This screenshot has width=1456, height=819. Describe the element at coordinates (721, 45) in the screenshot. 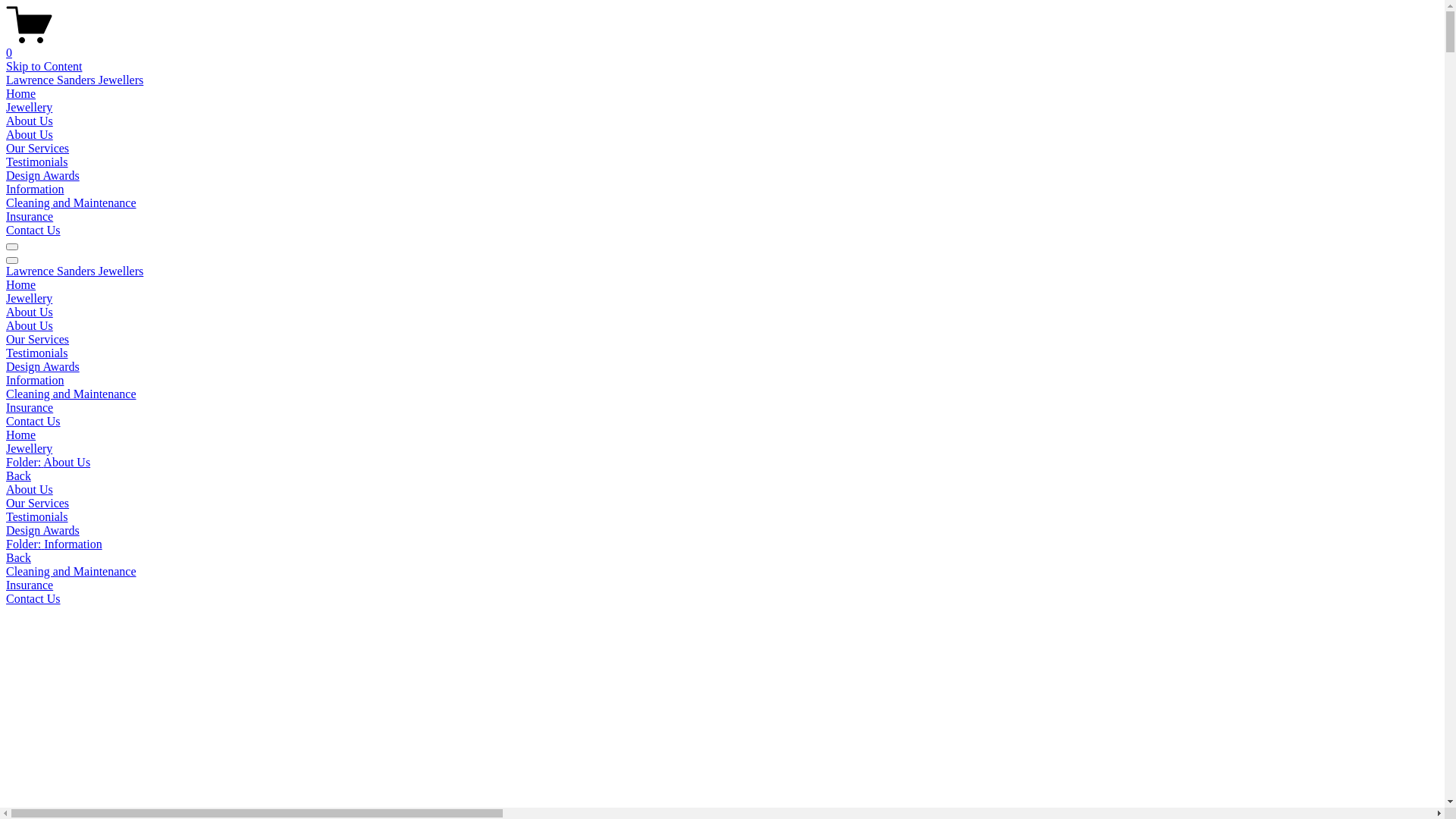

I see `'0'` at that location.